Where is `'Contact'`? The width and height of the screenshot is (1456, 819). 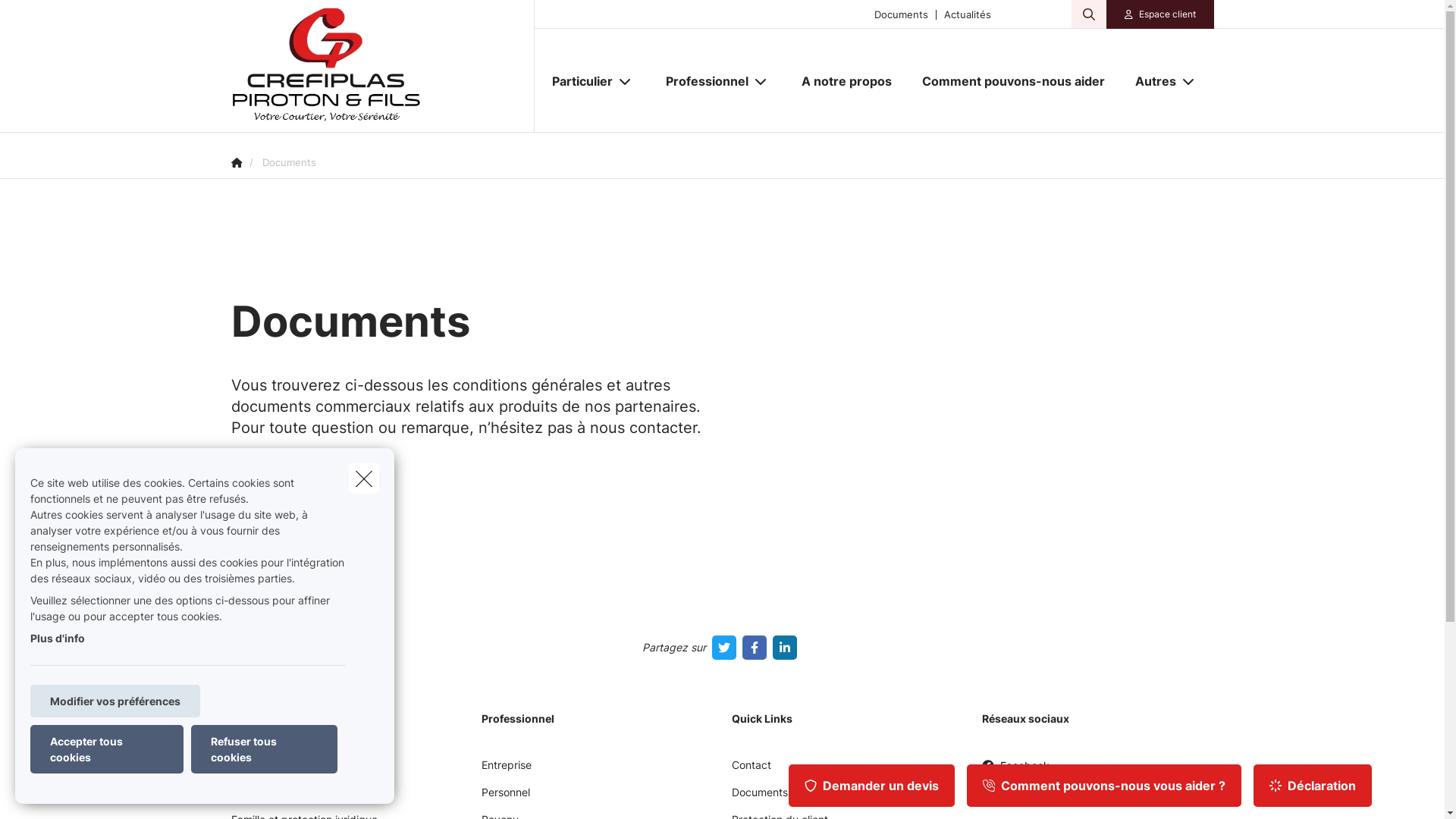
'Contact' is located at coordinates (750, 770).